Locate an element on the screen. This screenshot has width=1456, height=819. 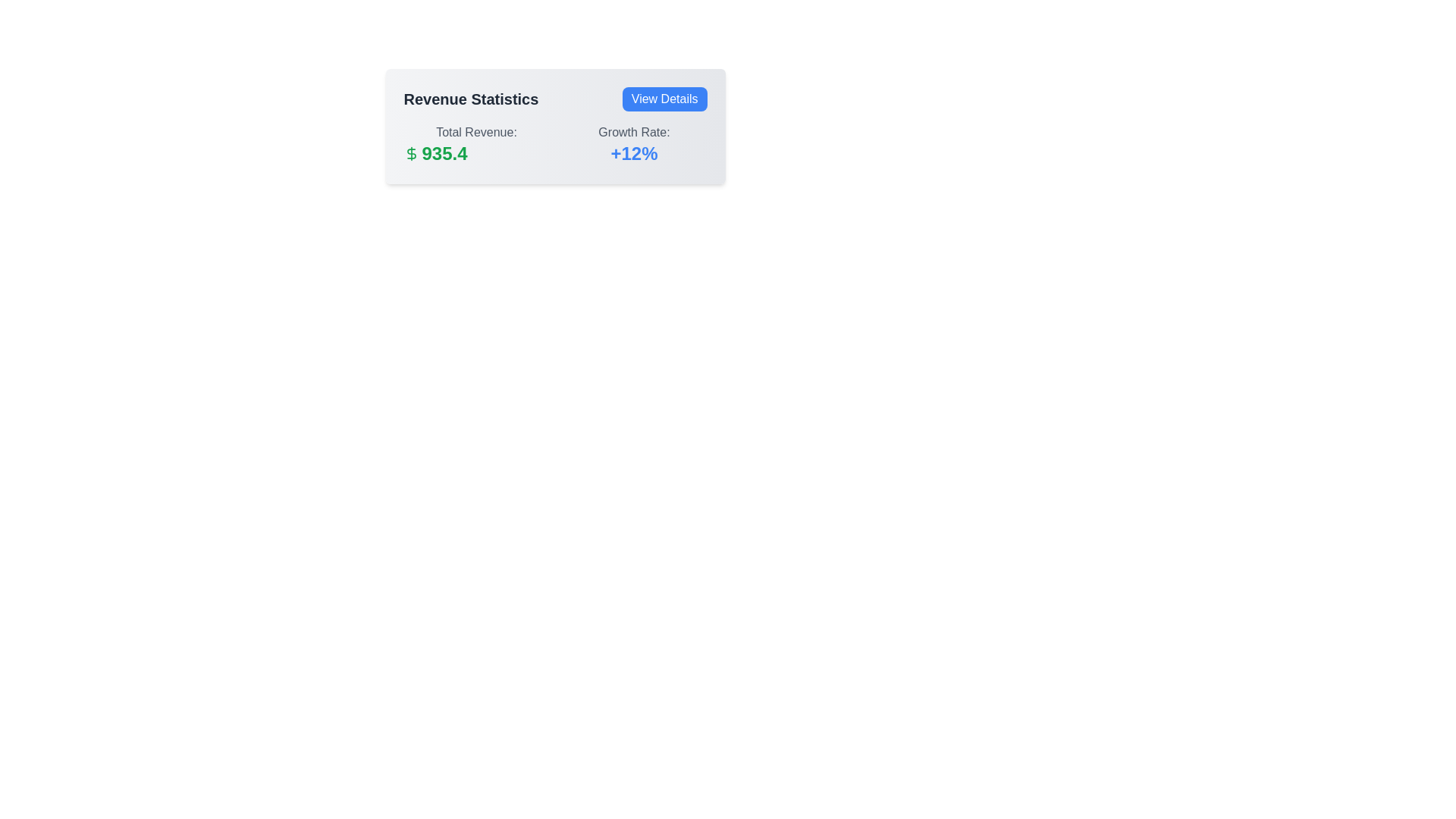
the 'Total Revenue:' text label displayed in gray, located at the upper-left portion of a card-like section is located at coordinates (475, 131).